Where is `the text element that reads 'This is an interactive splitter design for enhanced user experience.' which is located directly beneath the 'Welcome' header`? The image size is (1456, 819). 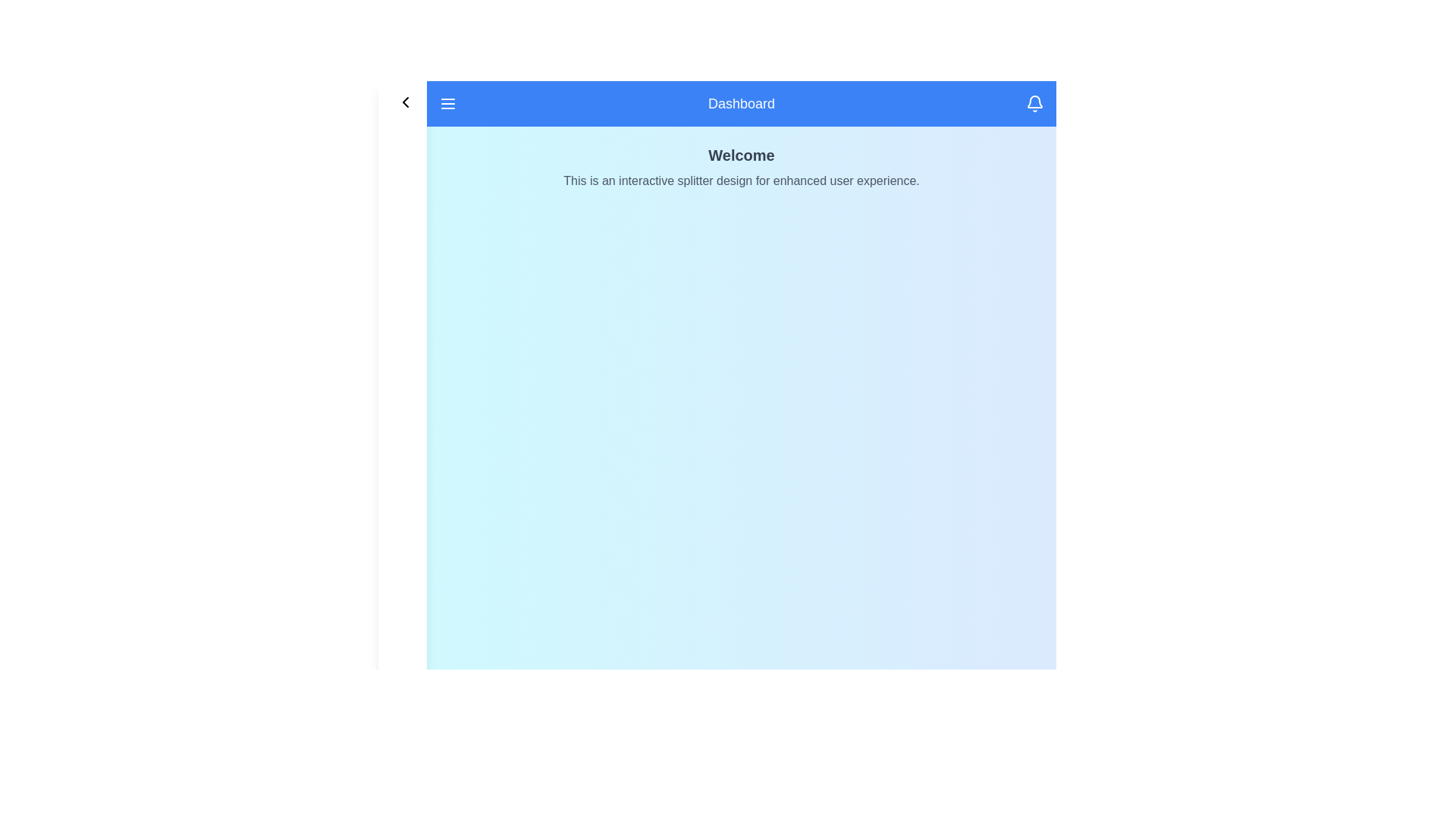
the text element that reads 'This is an interactive splitter design for enhanced user experience.' which is located directly beneath the 'Welcome' header is located at coordinates (742, 180).